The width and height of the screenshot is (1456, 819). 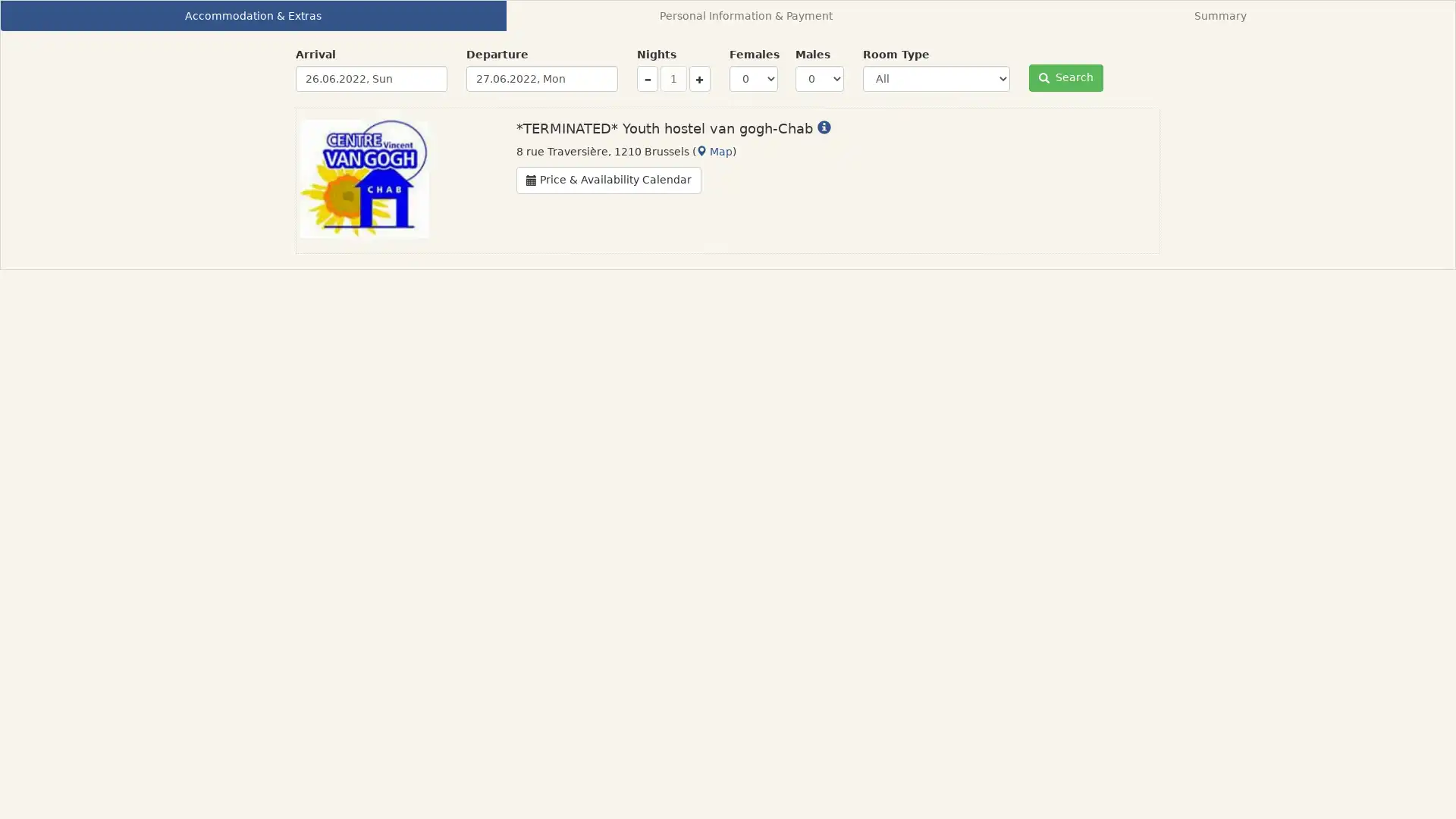 I want to click on Search, so click(x=1065, y=78).